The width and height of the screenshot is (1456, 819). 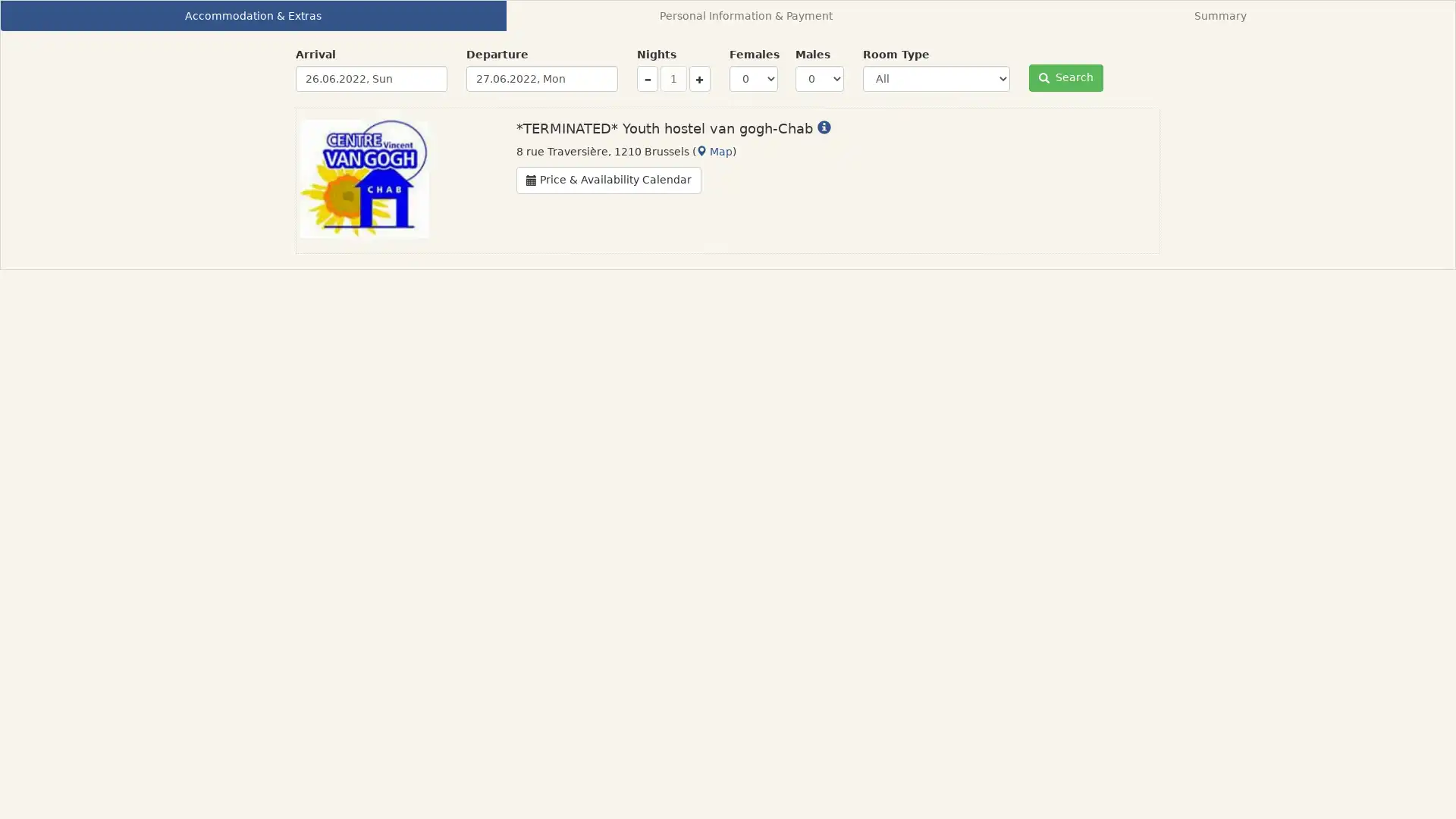 I want to click on Search, so click(x=1065, y=78).